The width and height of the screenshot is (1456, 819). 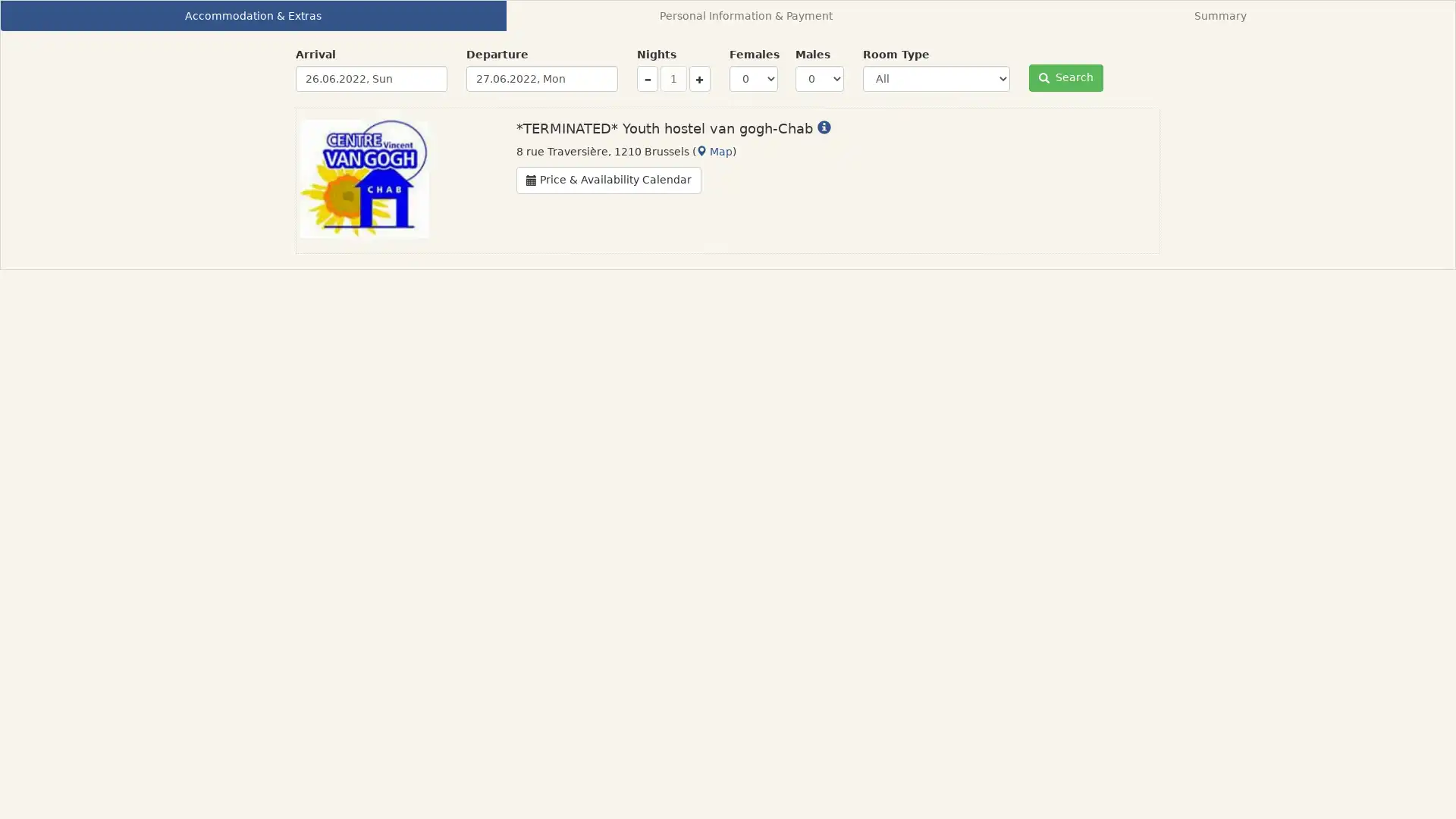 I want to click on Search, so click(x=1065, y=78).